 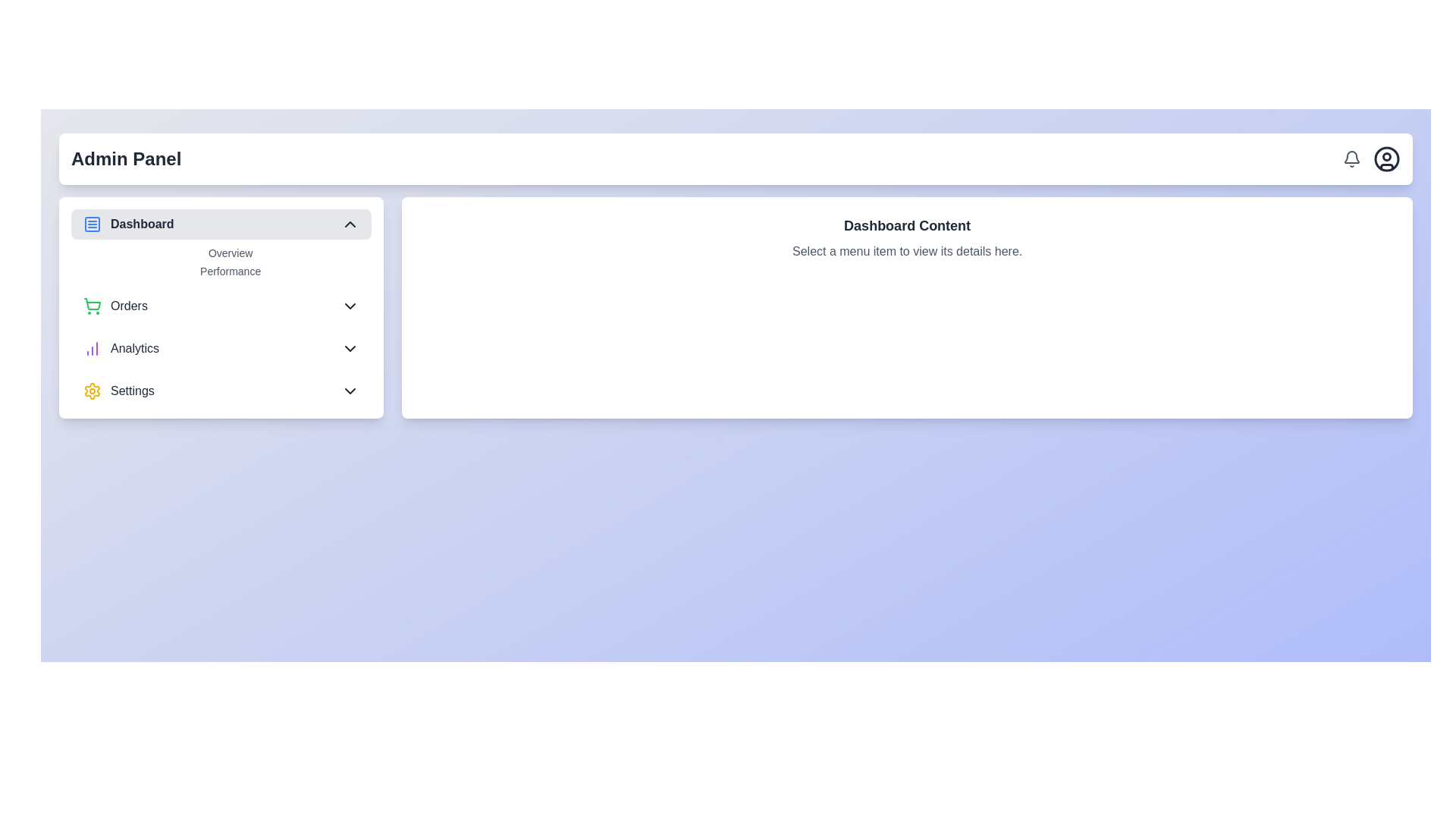 What do you see at coordinates (221, 307) in the screenshot?
I see `the vertical navigation menu located on the left side of the interface` at bounding box center [221, 307].